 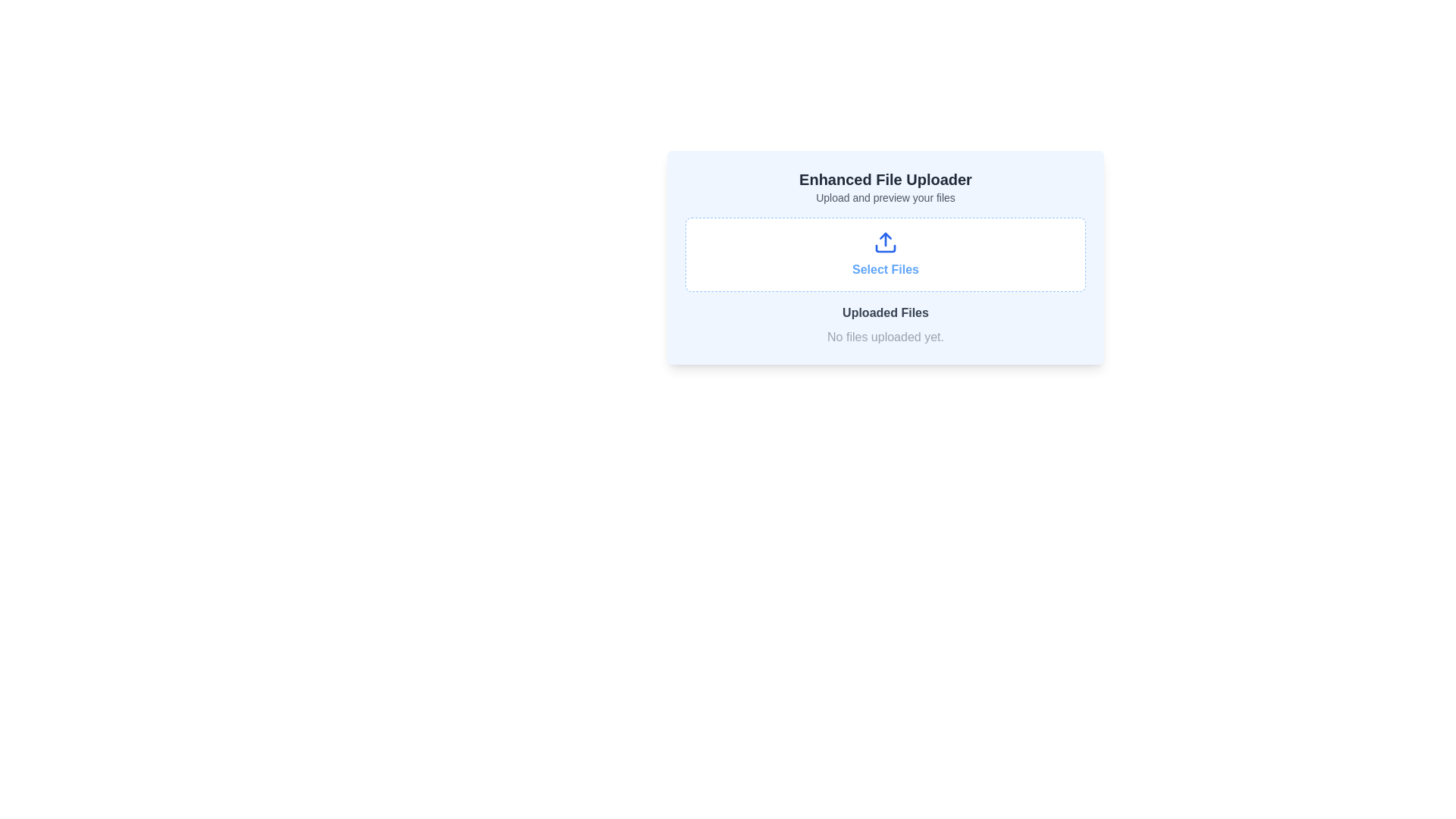 I want to click on the text label stating 'Upload and preview your files', which is styled in a small gray font and positioned below the title 'Enhanced File Uploader', so click(x=885, y=197).